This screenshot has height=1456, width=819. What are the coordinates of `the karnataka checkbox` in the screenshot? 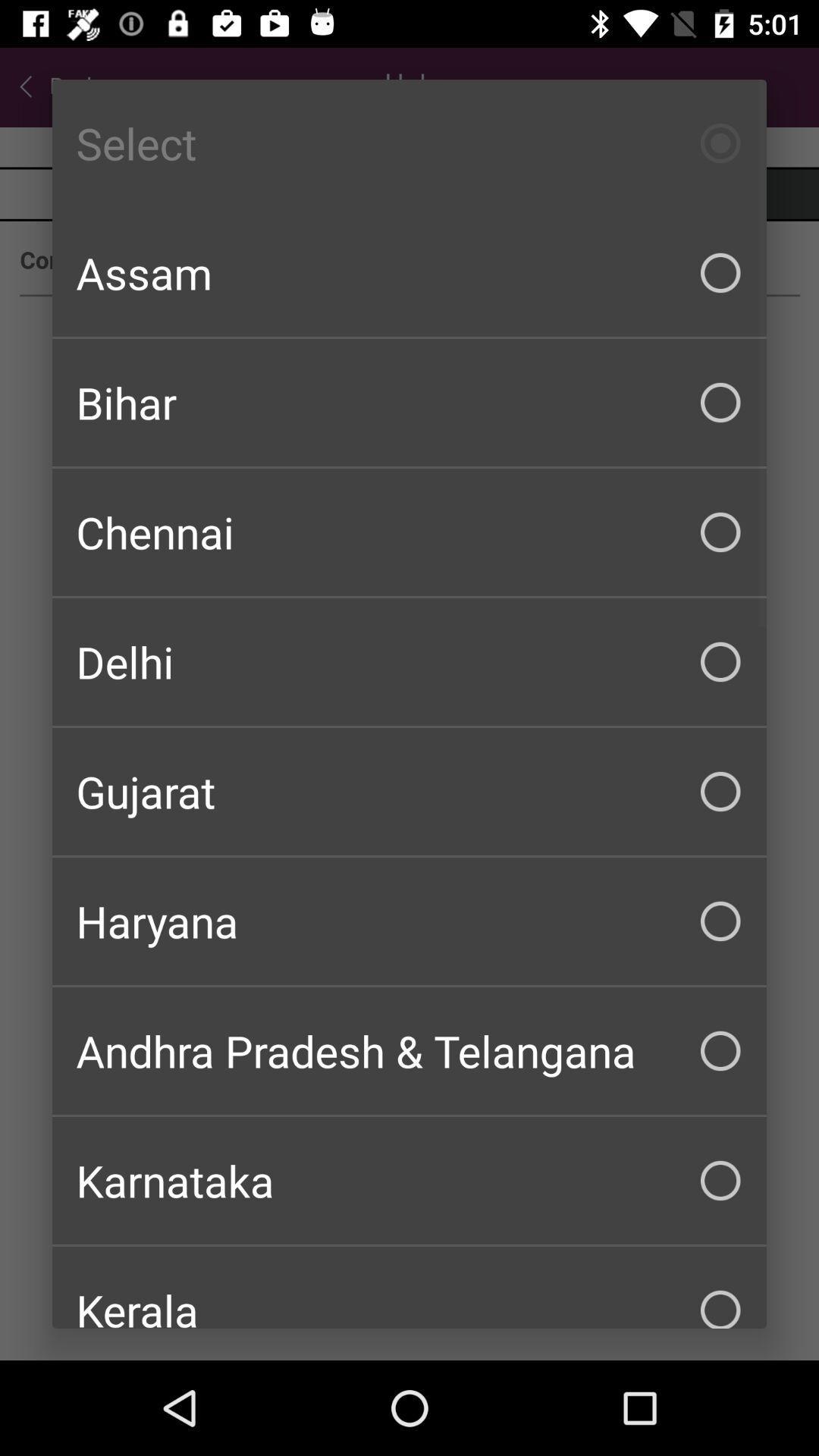 It's located at (409, 1179).